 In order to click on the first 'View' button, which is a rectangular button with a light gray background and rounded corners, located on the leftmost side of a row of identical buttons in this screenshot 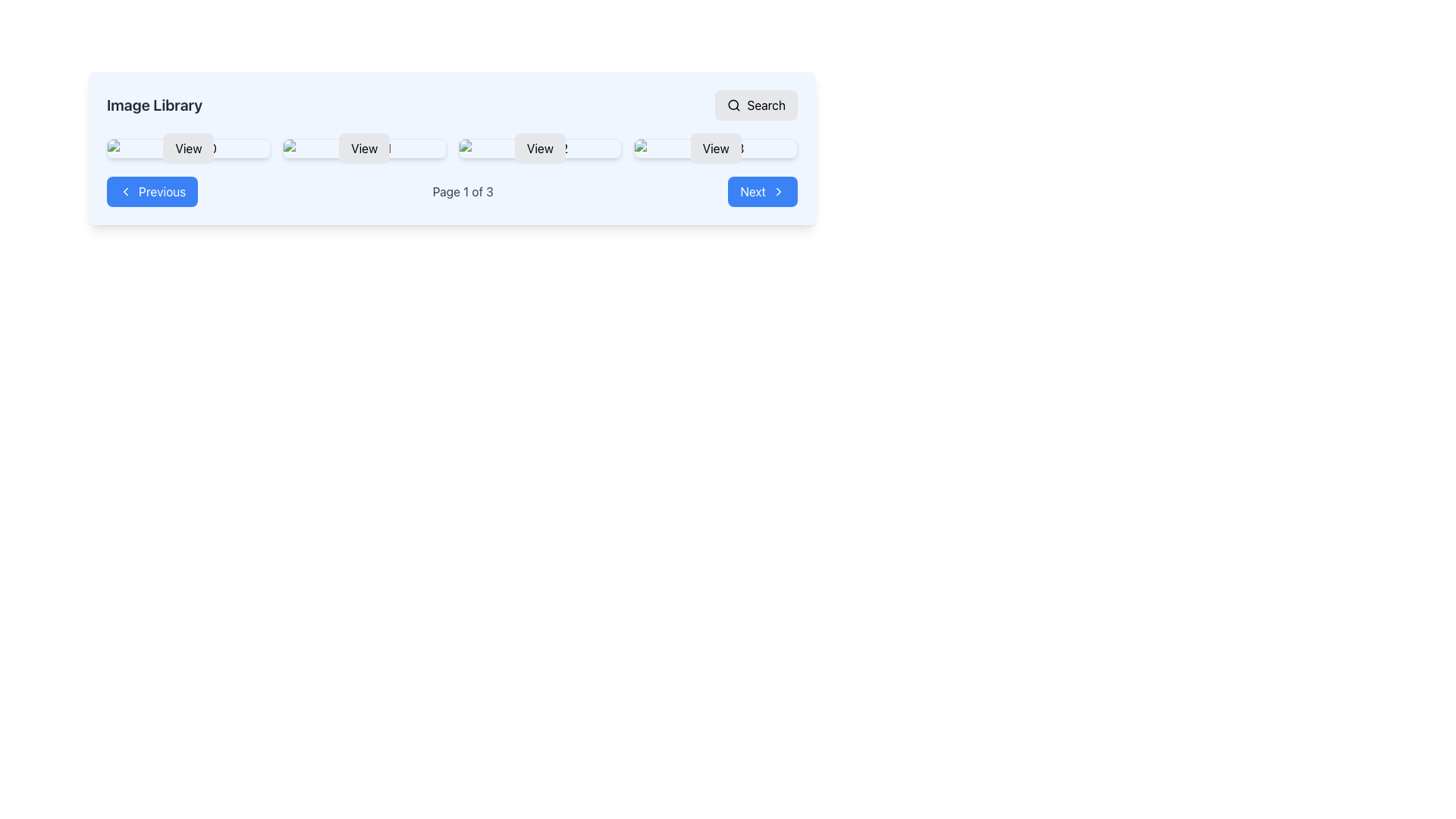, I will do `click(187, 149)`.